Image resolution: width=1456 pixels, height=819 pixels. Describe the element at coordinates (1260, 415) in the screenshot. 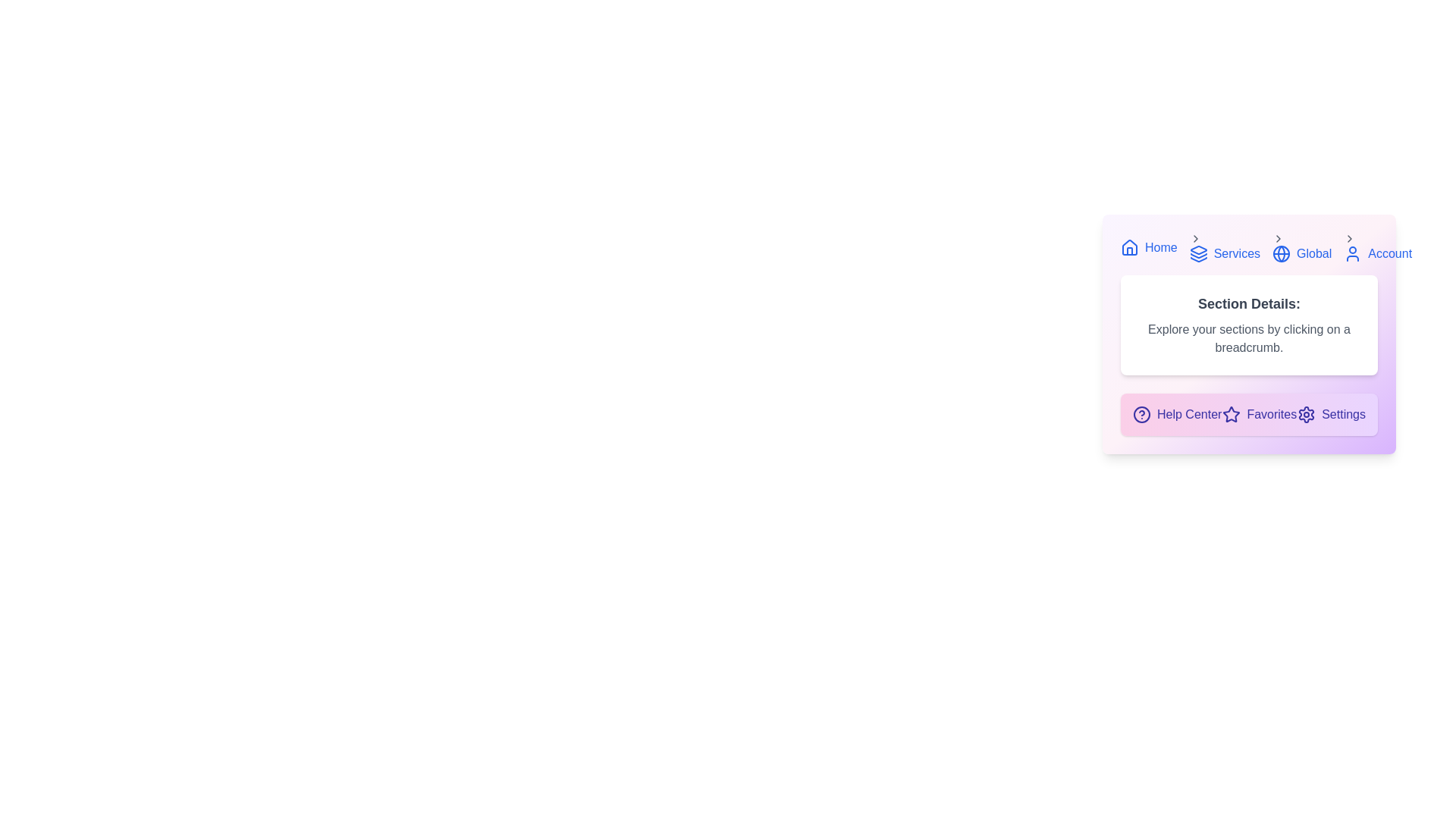

I see `the clickable text label for 'Favorites'` at that location.